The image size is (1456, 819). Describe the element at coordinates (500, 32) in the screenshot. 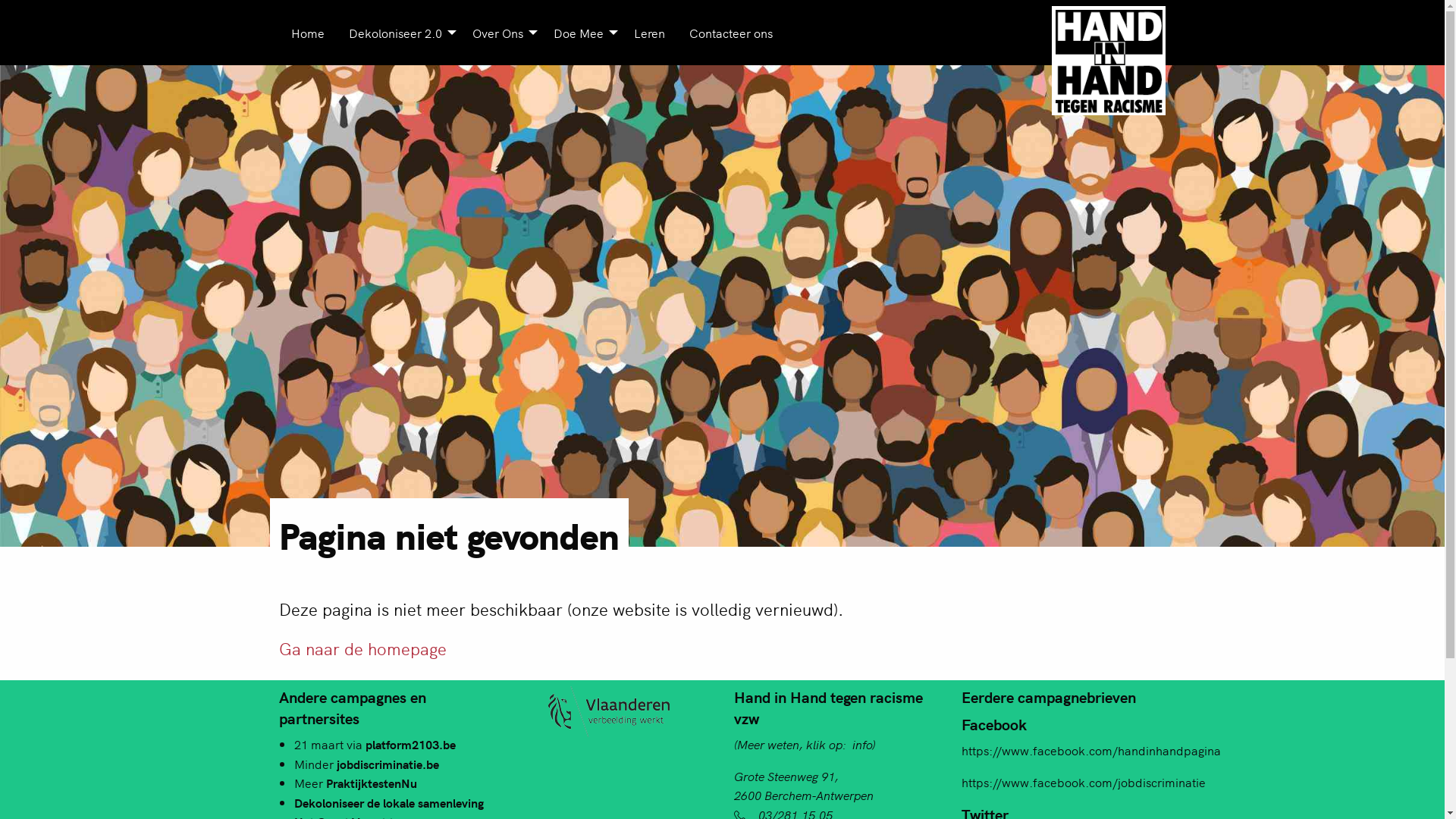

I see `'Over Ons'` at that location.